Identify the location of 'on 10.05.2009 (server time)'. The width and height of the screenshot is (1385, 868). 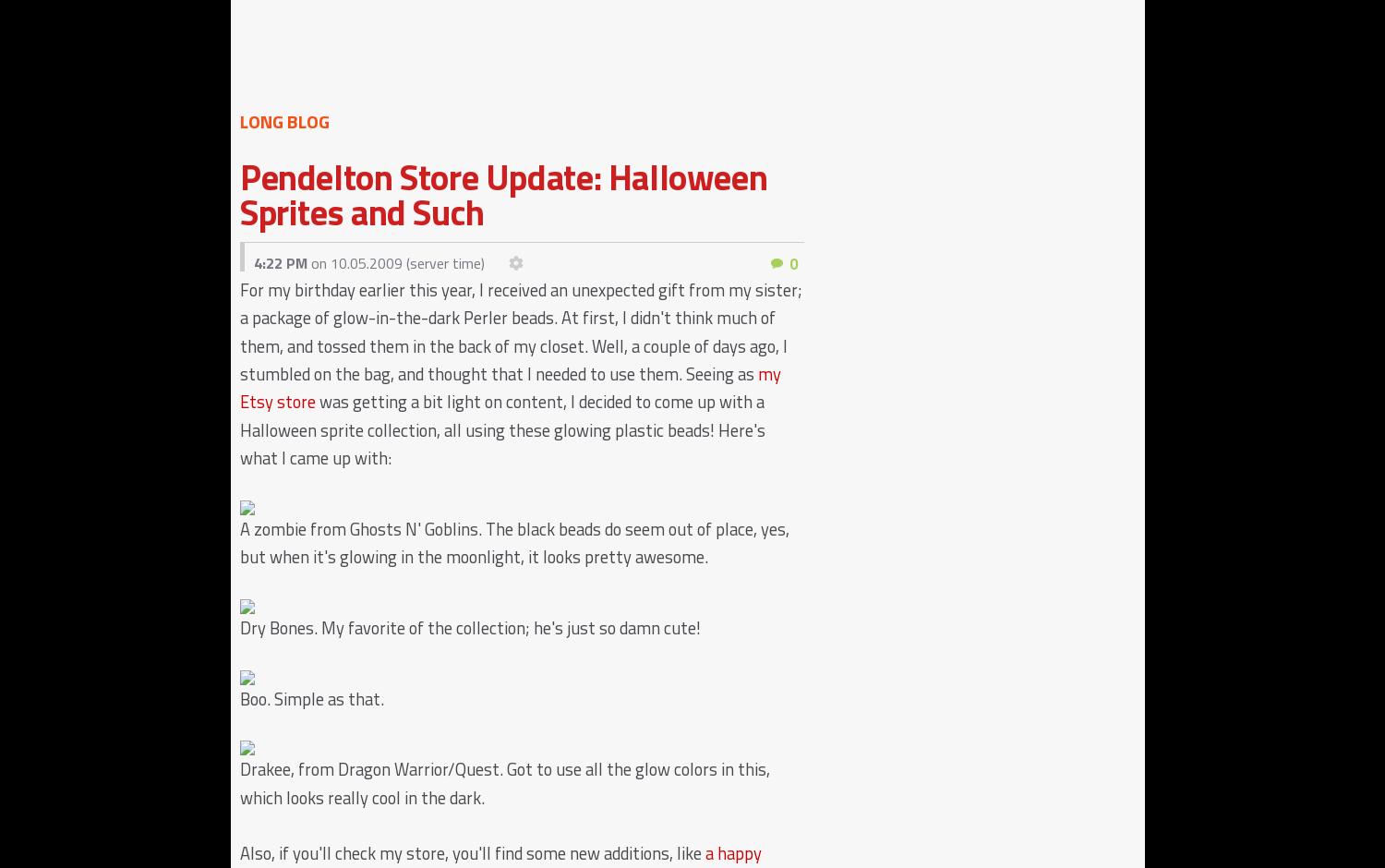
(395, 262).